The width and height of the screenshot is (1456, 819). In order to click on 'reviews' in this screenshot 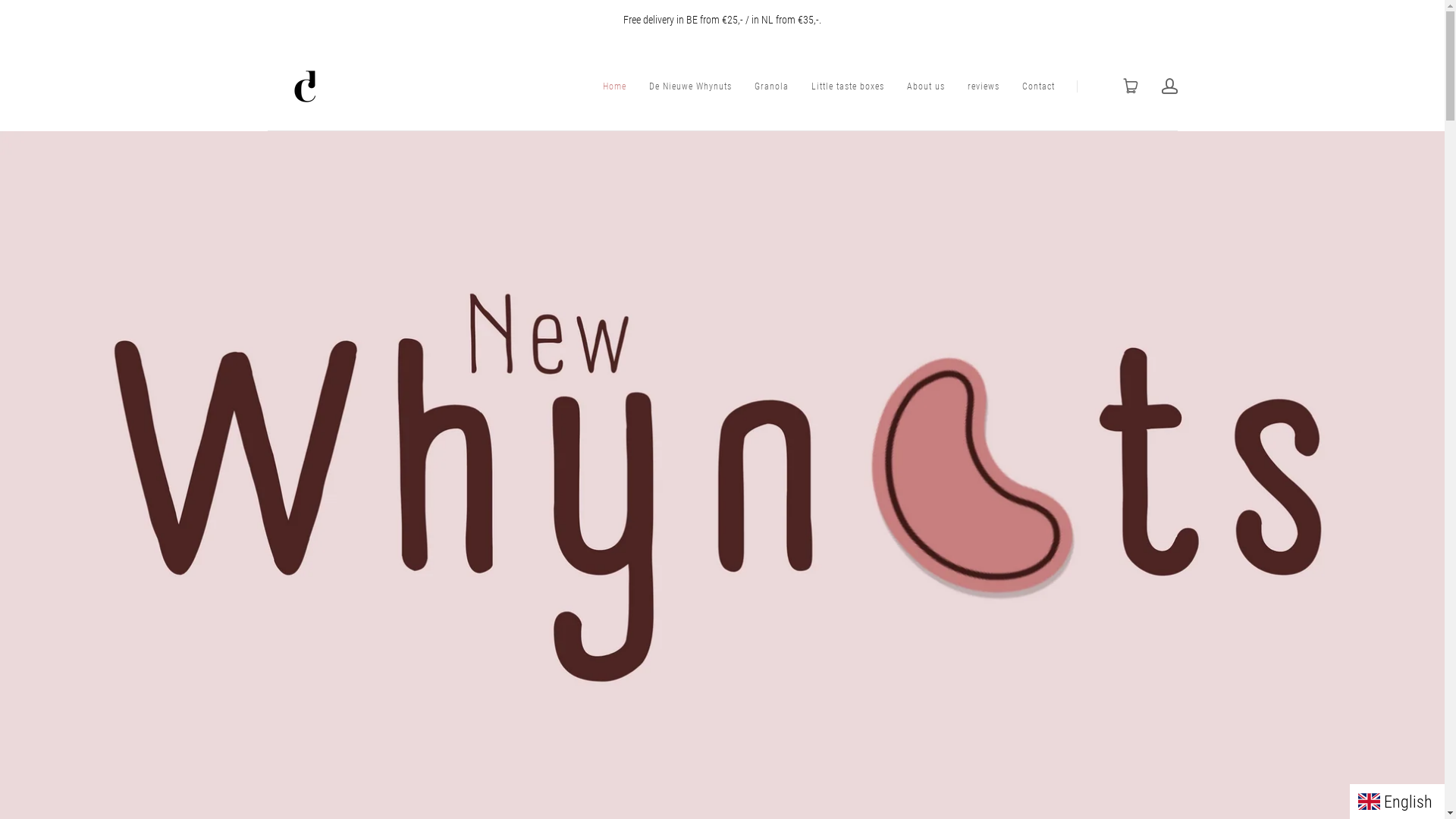, I will do `click(983, 86)`.